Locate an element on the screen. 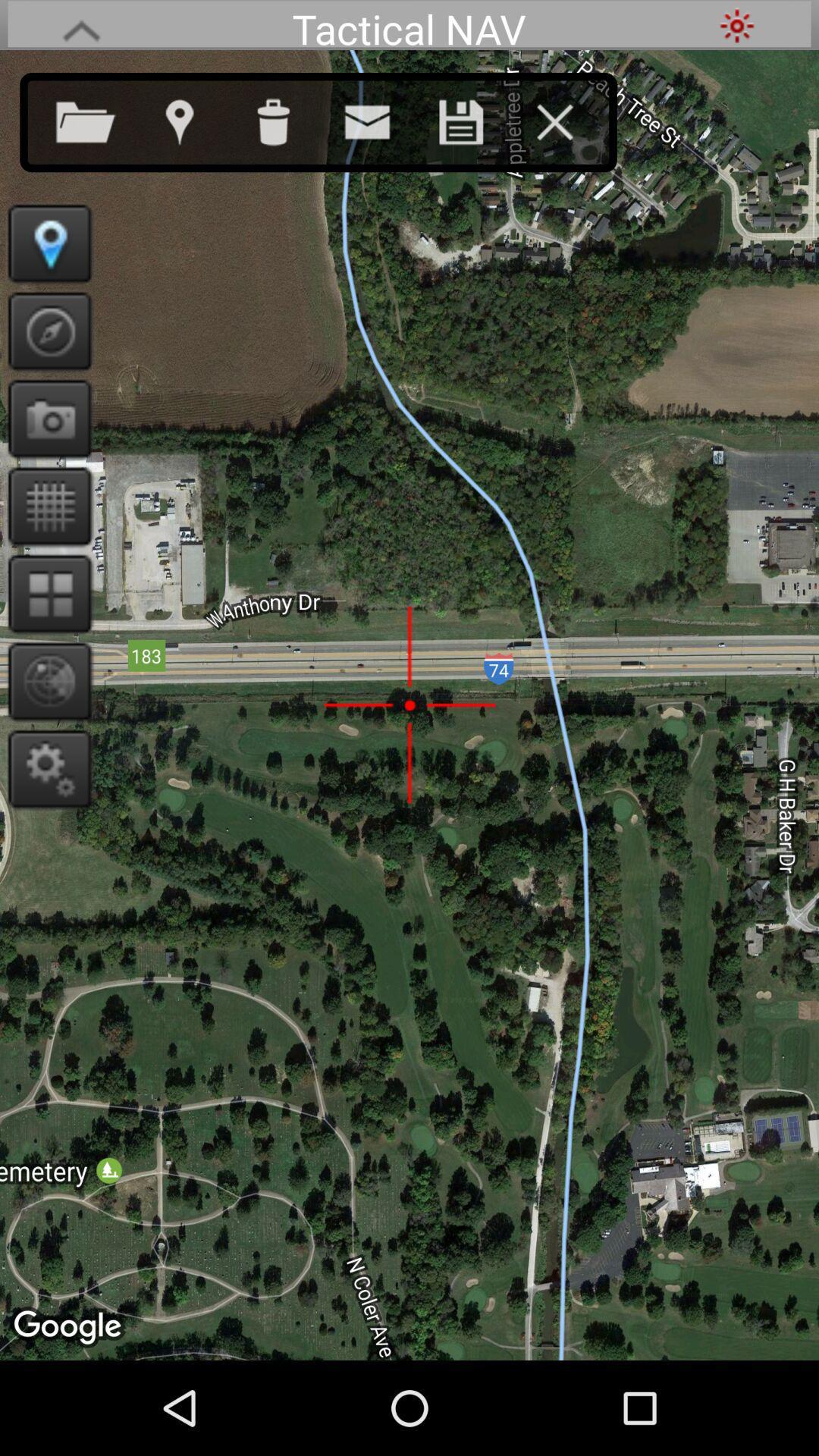  the app to the right of tactical nav item is located at coordinates (736, 25).